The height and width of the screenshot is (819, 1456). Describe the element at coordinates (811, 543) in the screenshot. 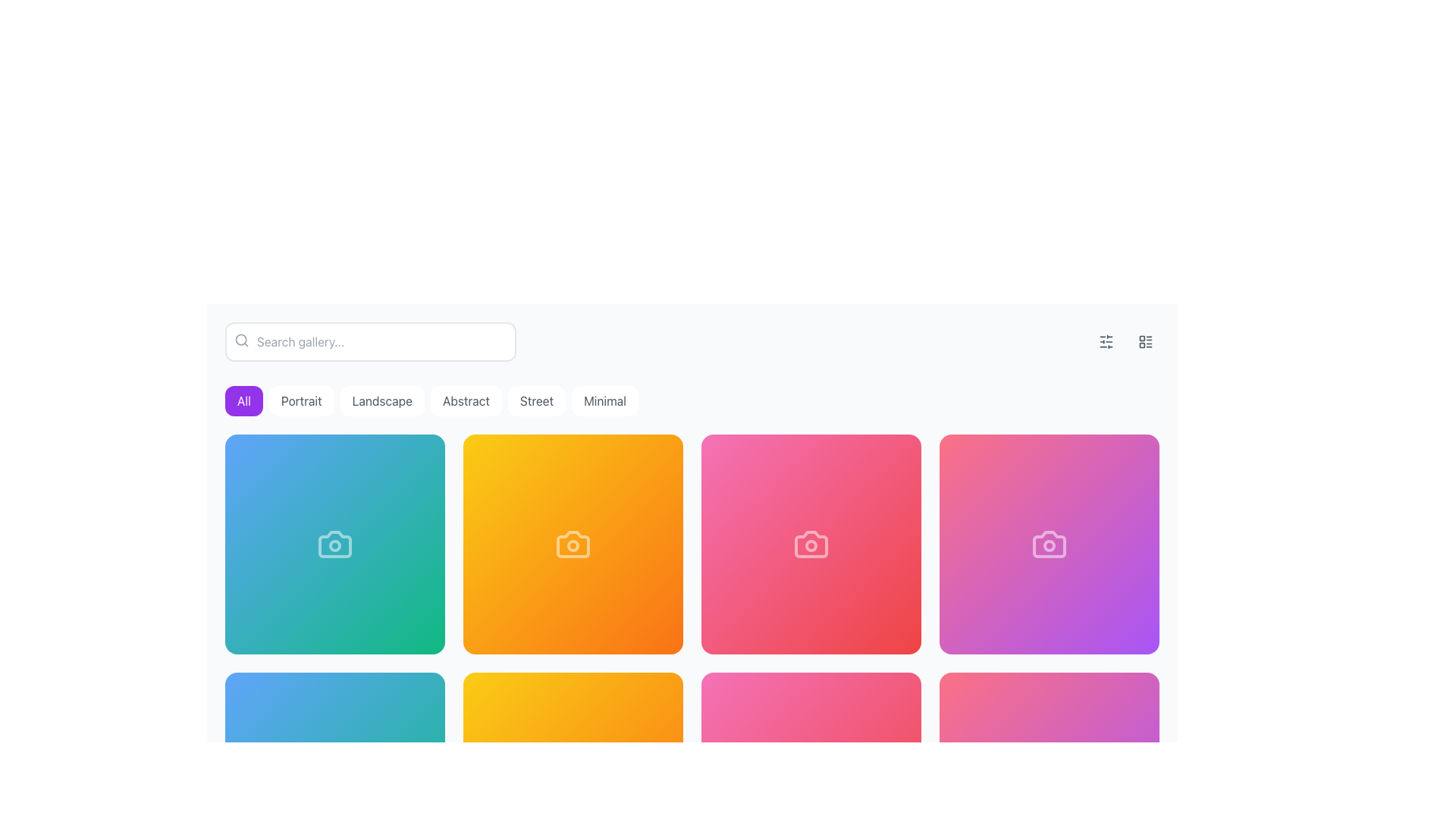

I see `the camera icon located in the second row and third column of the colorful tile grid` at that location.